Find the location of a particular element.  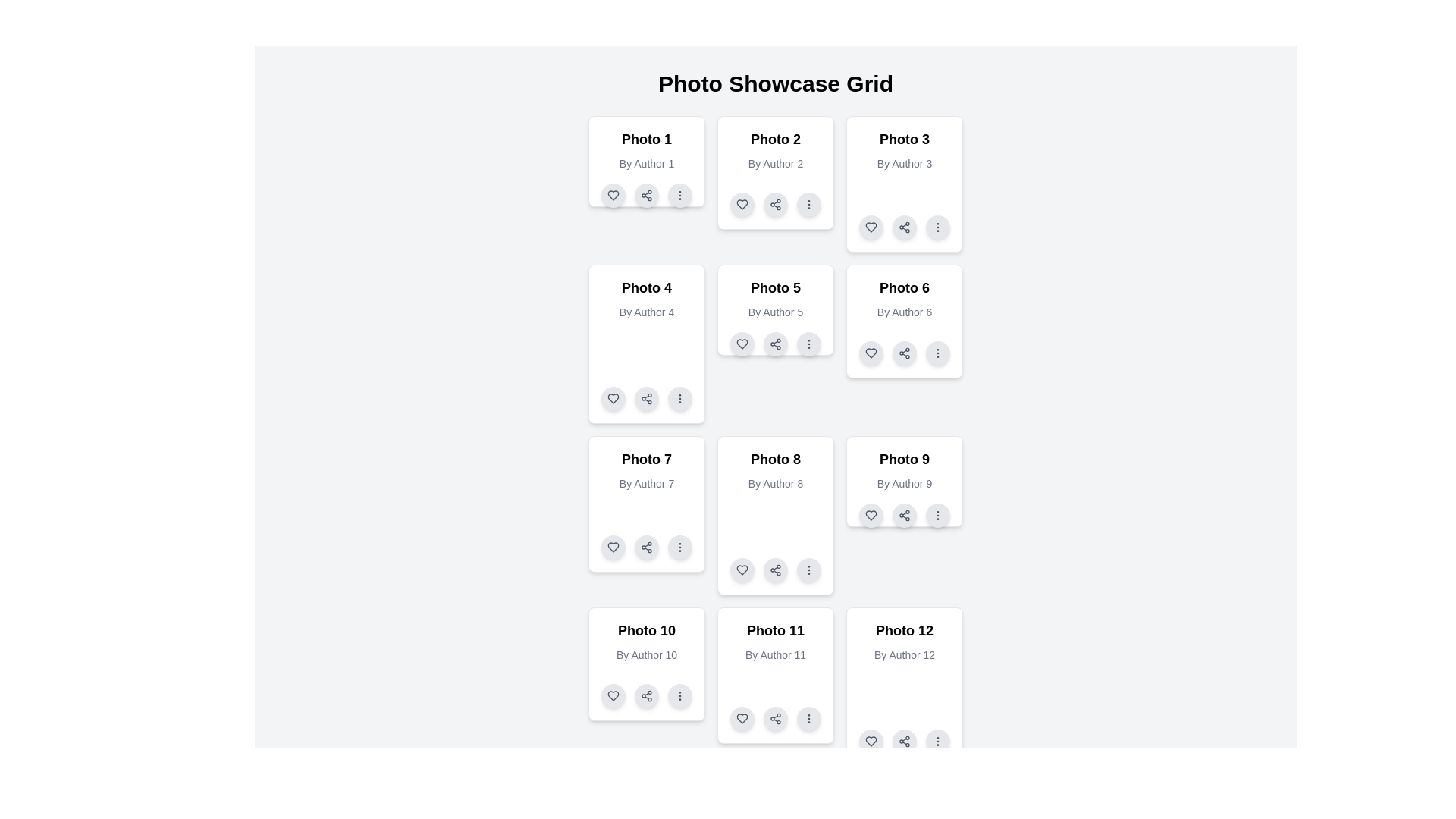

the text label displaying 'Photo 6', which is styled with bold and larger font size and is positioned at the top of the card layout for 'Photo 6 By Author 6' is located at coordinates (905, 288).